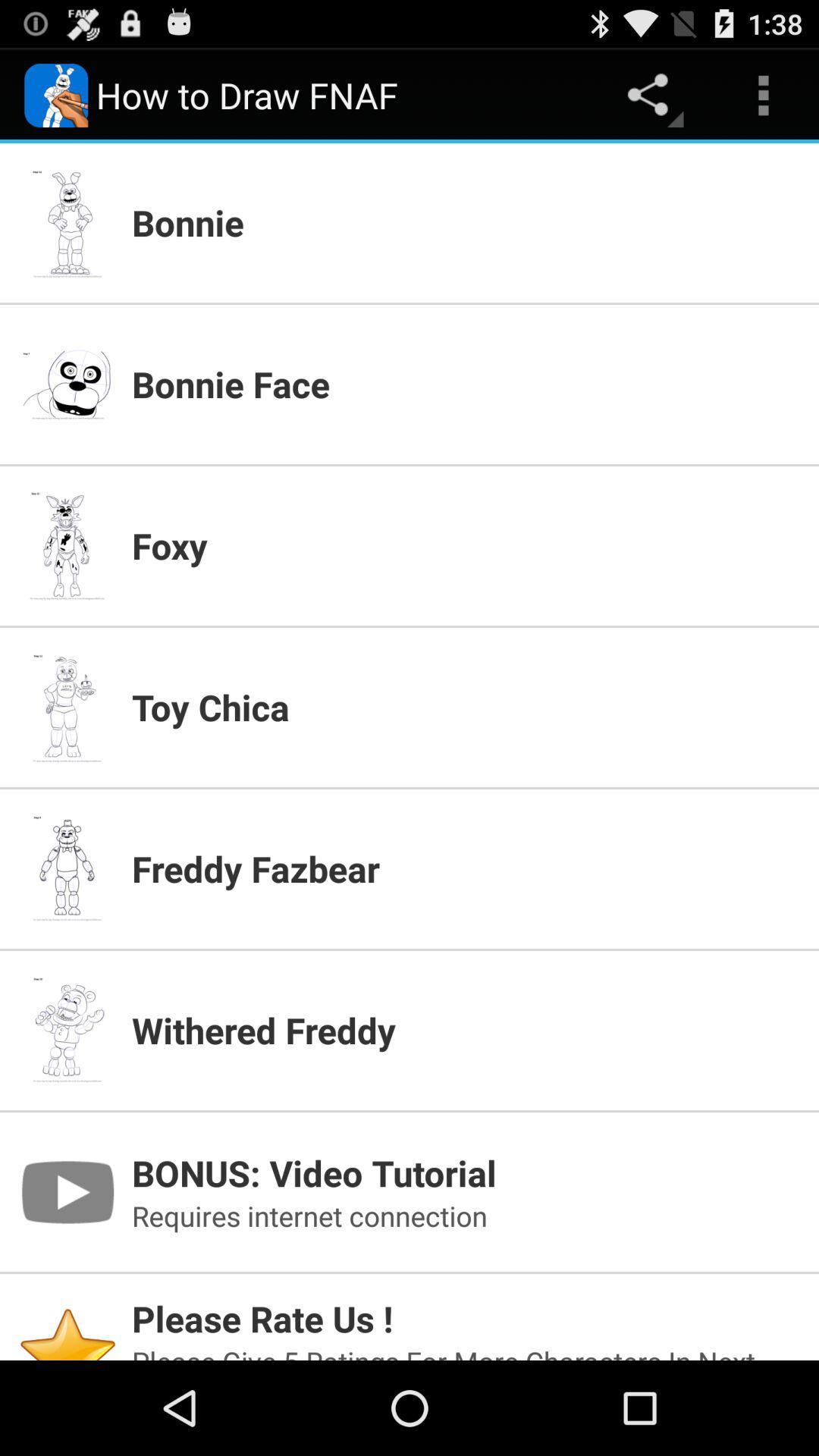 Image resolution: width=819 pixels, height=1456 pixels. Describe the element at coordinates (465, 1216) in the screenshot. I see `the icon below the bonus: video tutorial app` at that location.